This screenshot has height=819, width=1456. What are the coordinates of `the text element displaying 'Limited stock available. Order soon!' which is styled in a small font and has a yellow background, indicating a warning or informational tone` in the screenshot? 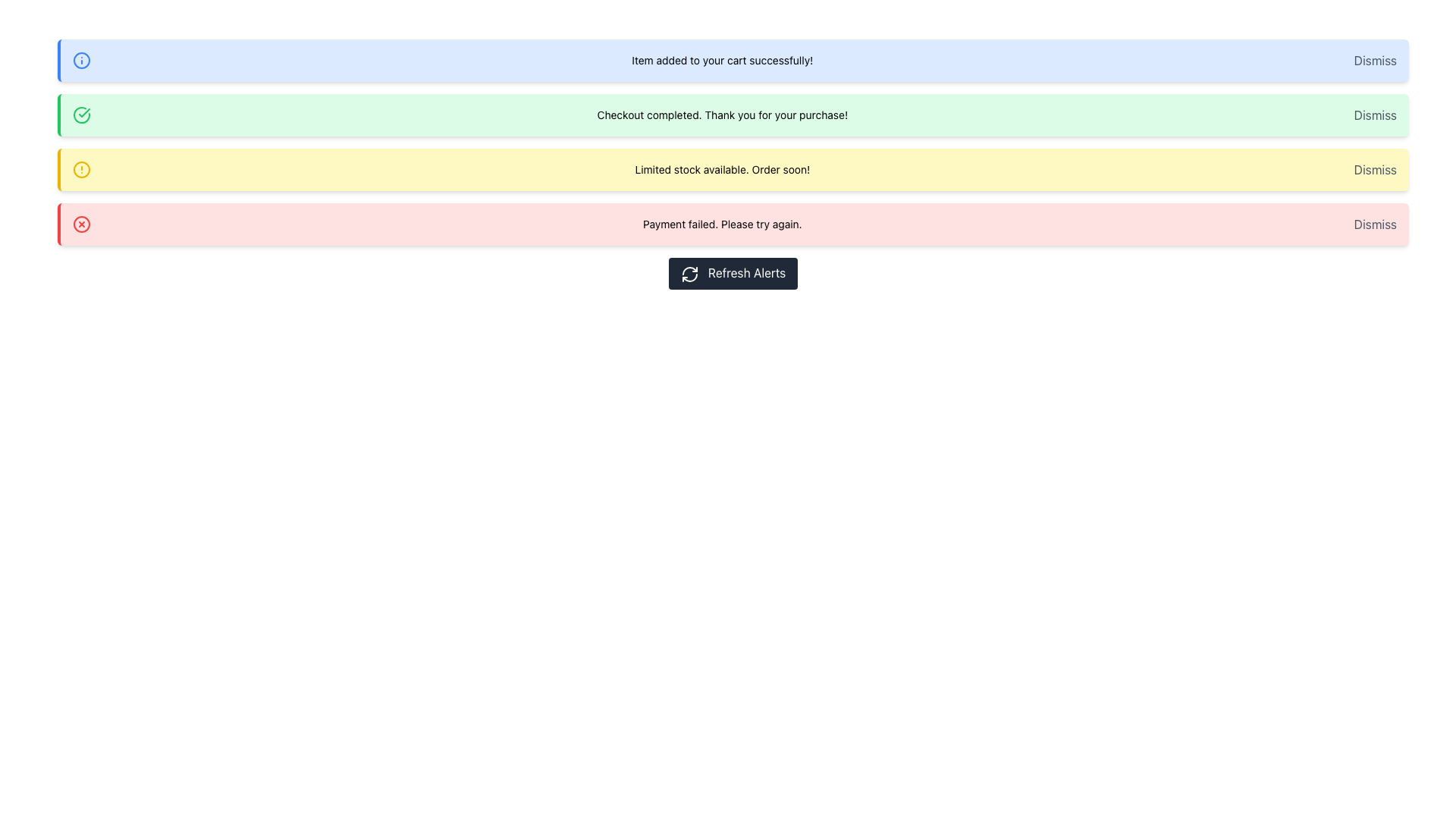 It's located at (721, 169).